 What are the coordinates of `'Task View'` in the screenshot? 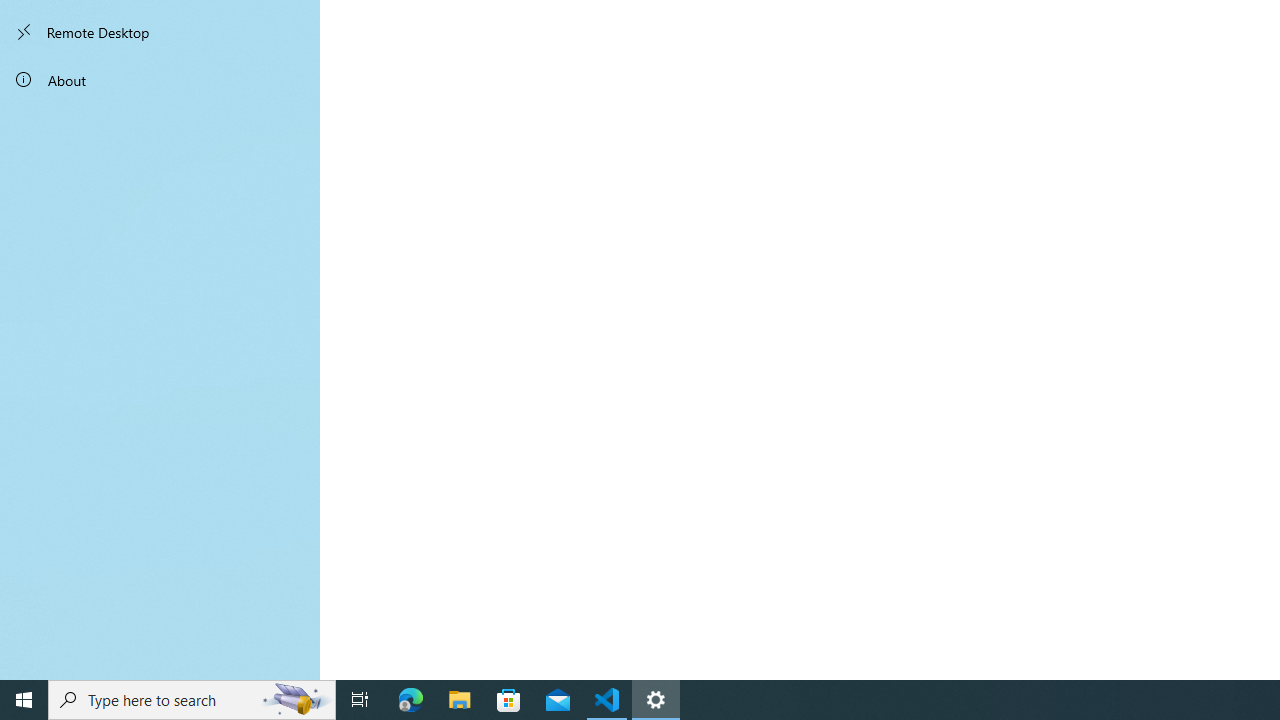 It's located at (359, 698).